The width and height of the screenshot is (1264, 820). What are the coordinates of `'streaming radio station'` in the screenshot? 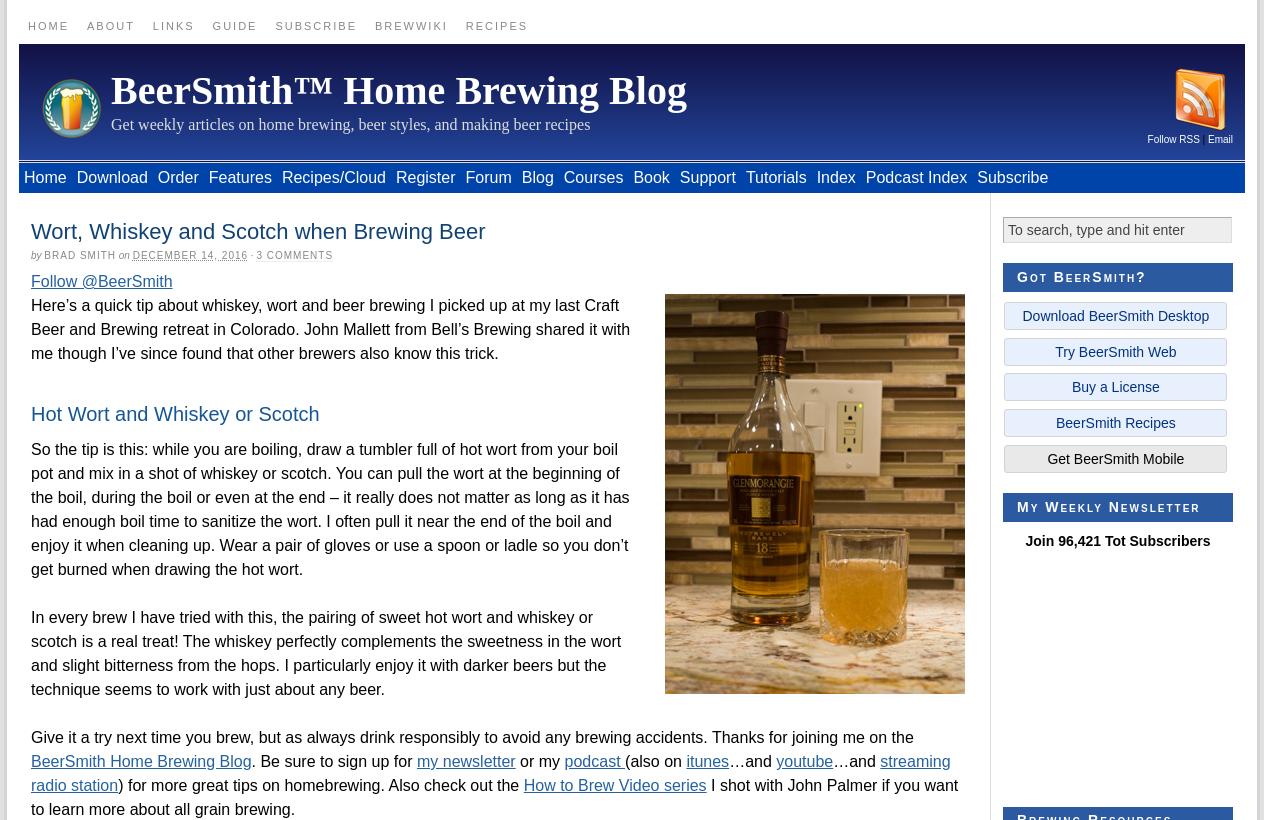 It's located at (490, 773).